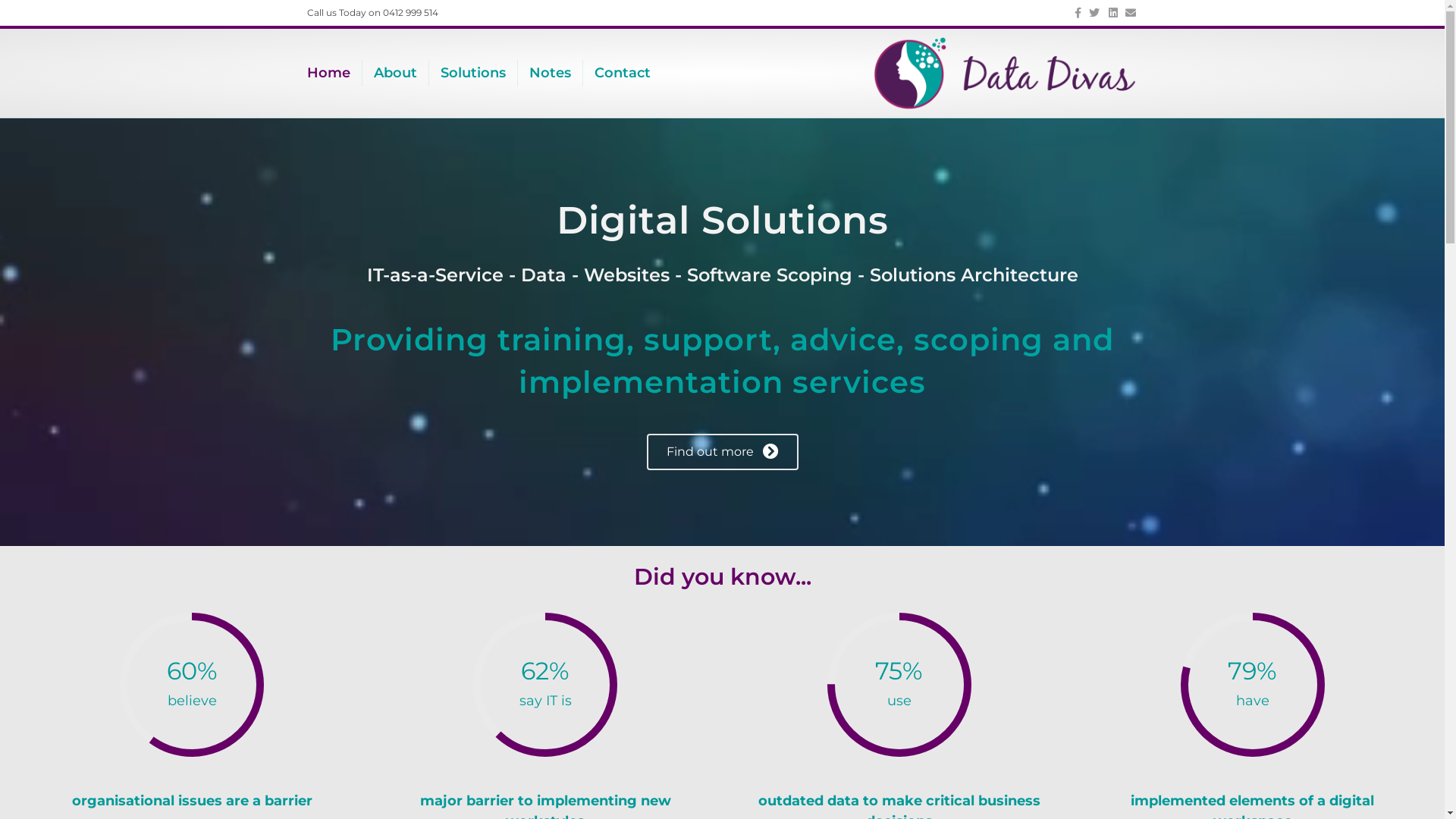  Describe the element at coordinates (1109, 11) in the screenshot. I see `'Linkedin'` at that location.